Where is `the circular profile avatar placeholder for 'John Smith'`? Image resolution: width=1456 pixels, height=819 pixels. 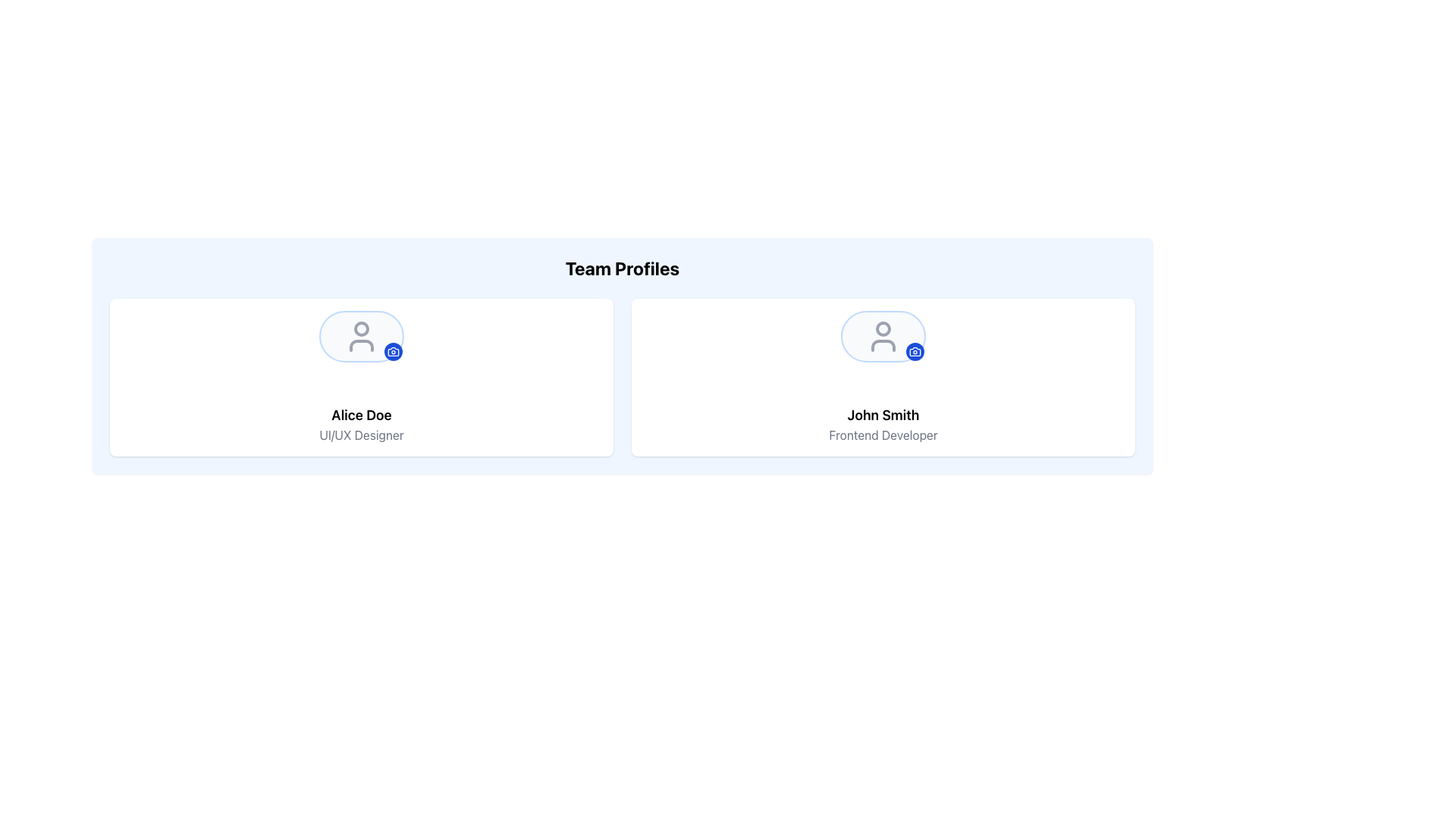 the circular profile avatar placeholder for 'John Smith' is located at coordinates (883, 353).